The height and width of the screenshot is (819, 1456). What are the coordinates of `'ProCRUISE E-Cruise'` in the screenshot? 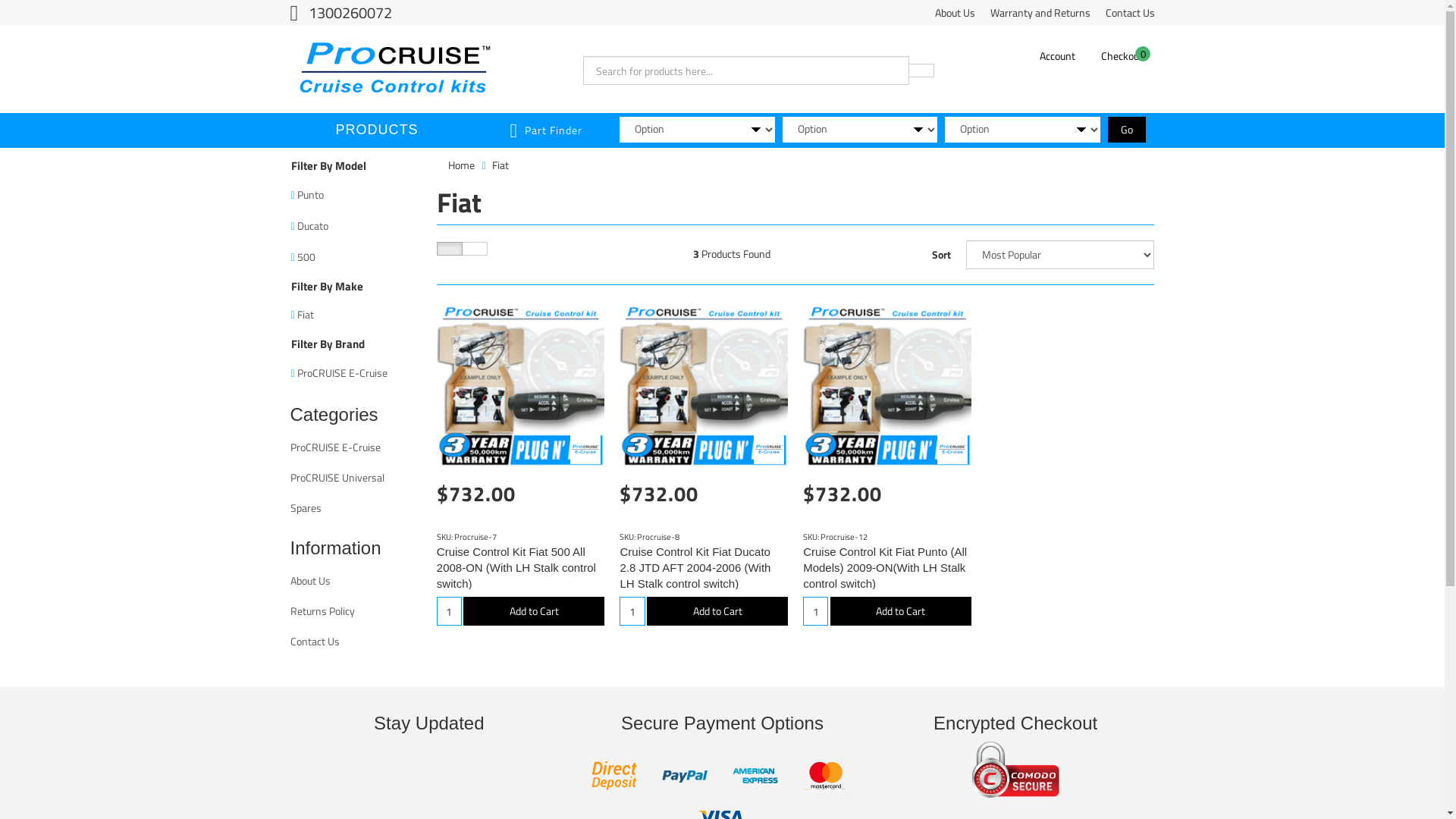 It's located at (952, 447).